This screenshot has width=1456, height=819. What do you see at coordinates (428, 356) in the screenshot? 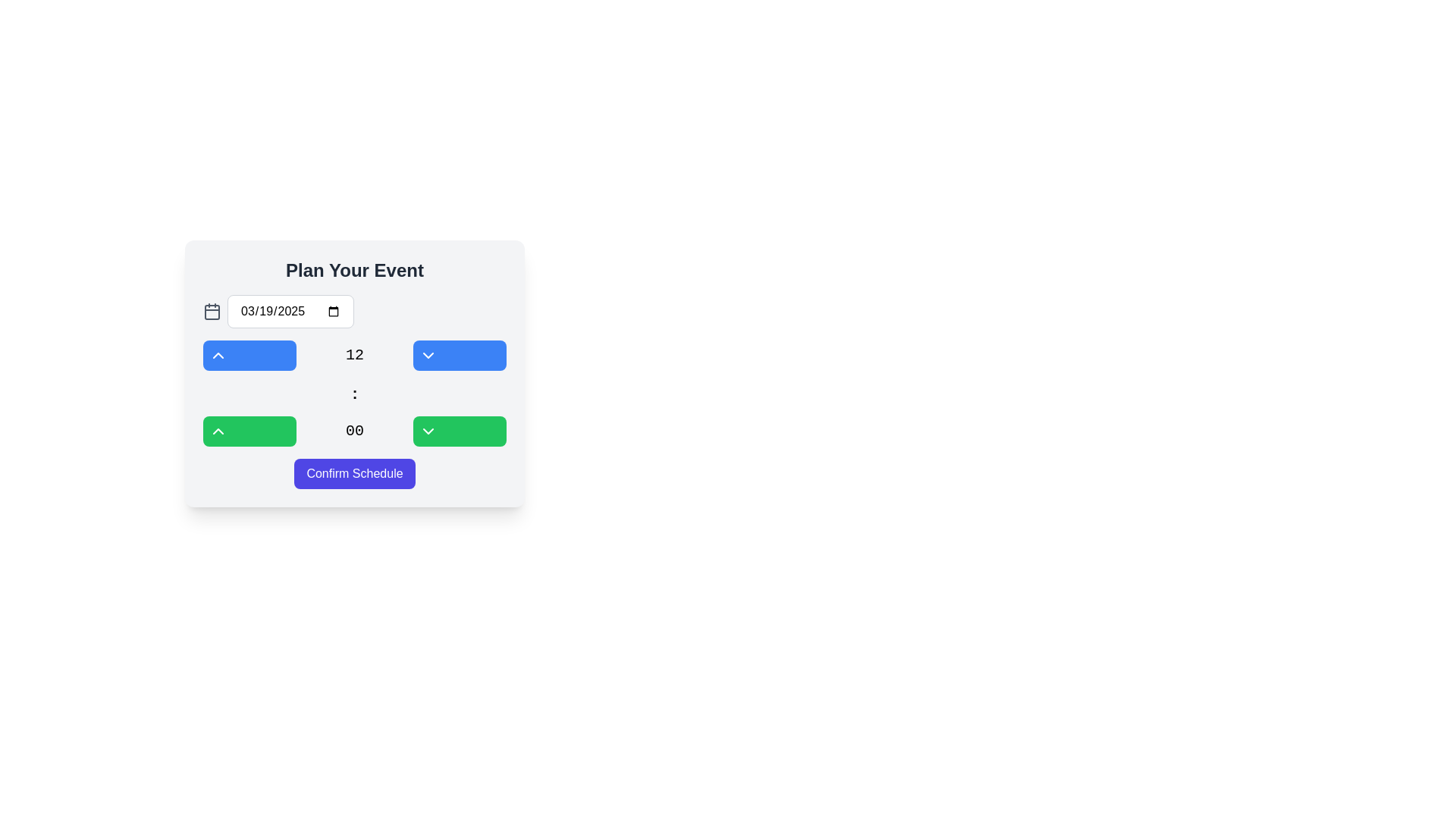
I see `the interactive icon in the top-right section of the time selector widget, adjacent to the numeric '12', which is part of the blue button used for hour selection` at bounding box center [428, 356].